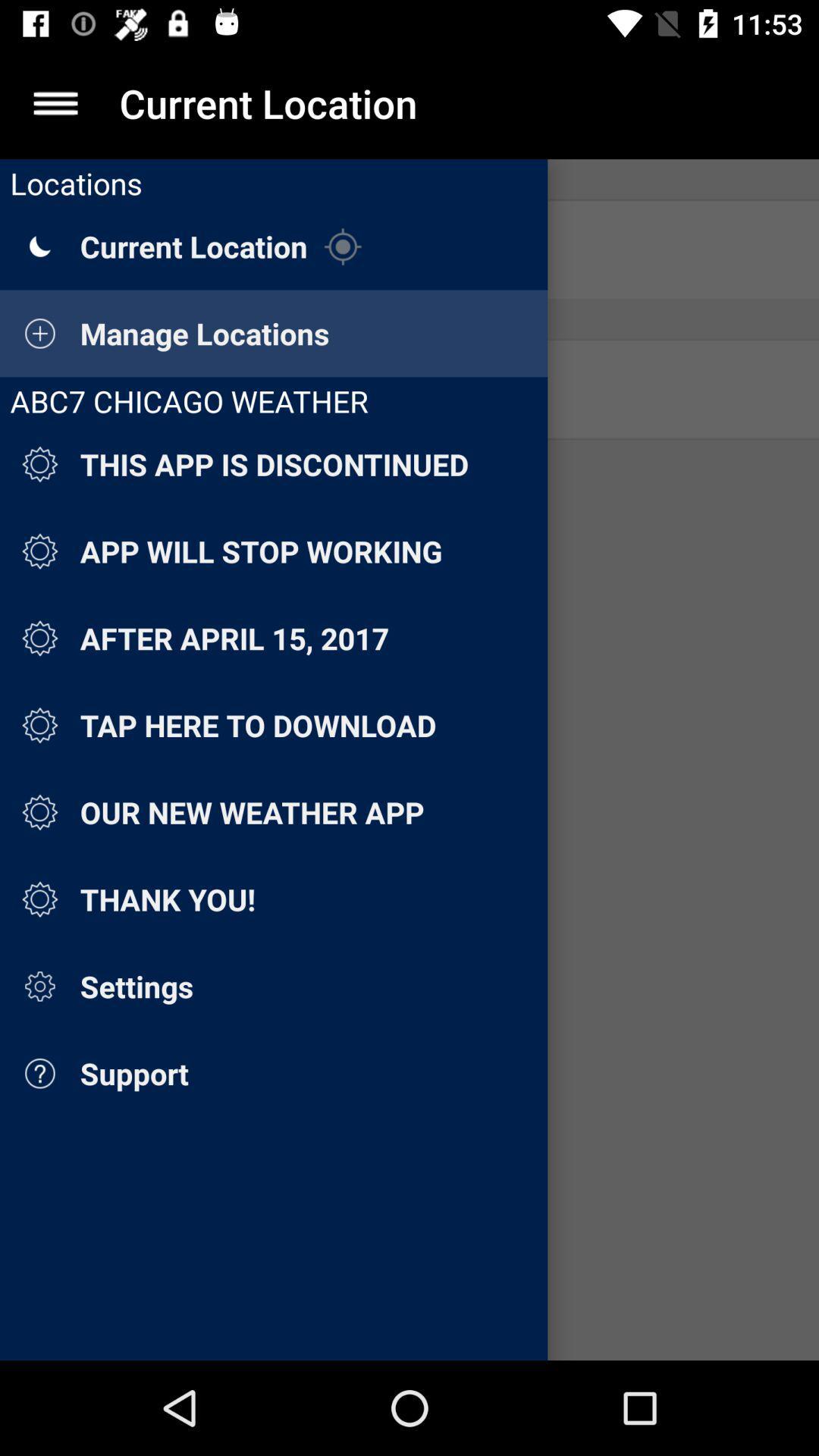  Describe the element at coordinates (55, 102) in the screenshot. I see `the menu icon` at that location.